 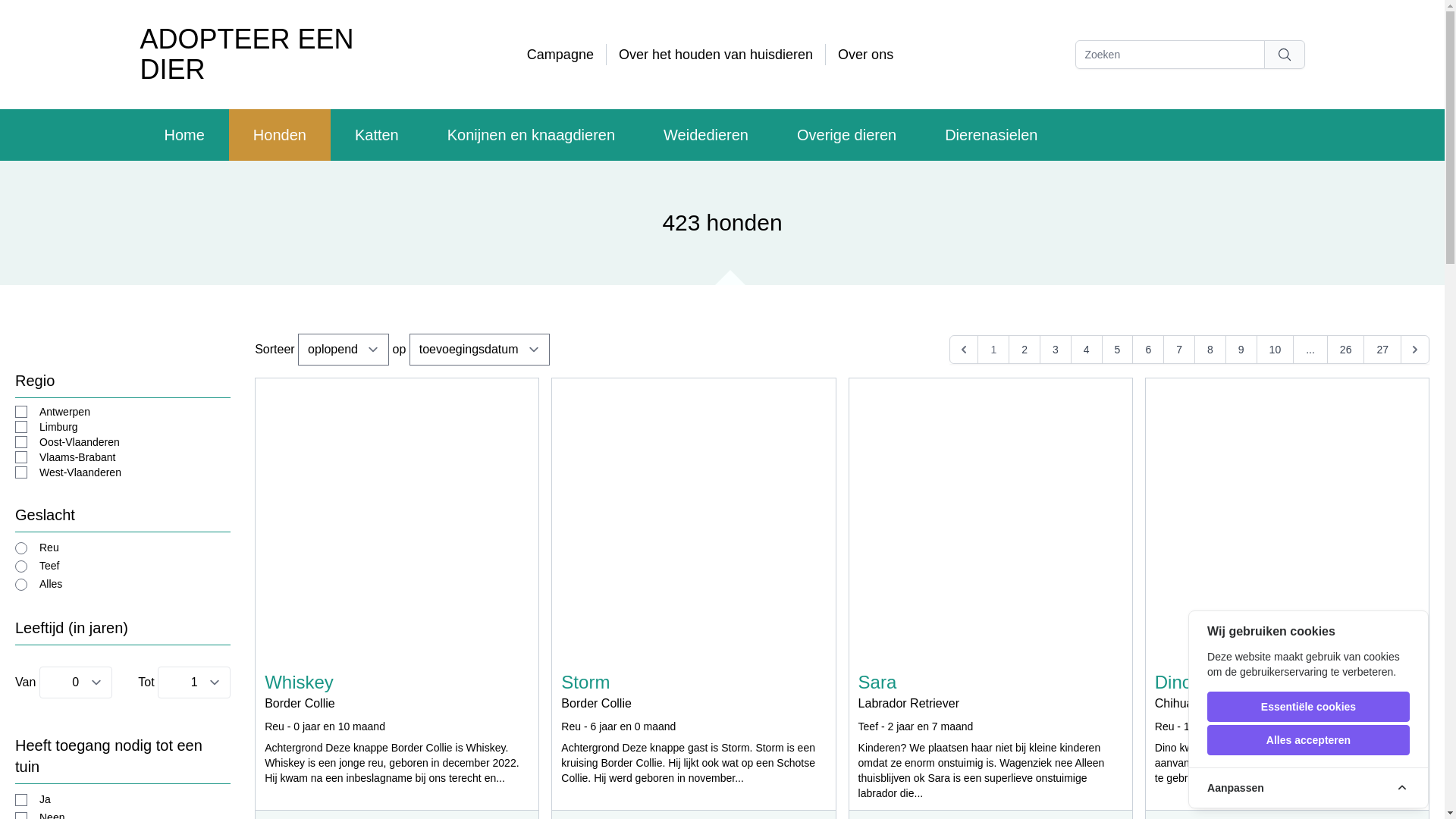 I want to click on '2', so click(x=1024, y=350).